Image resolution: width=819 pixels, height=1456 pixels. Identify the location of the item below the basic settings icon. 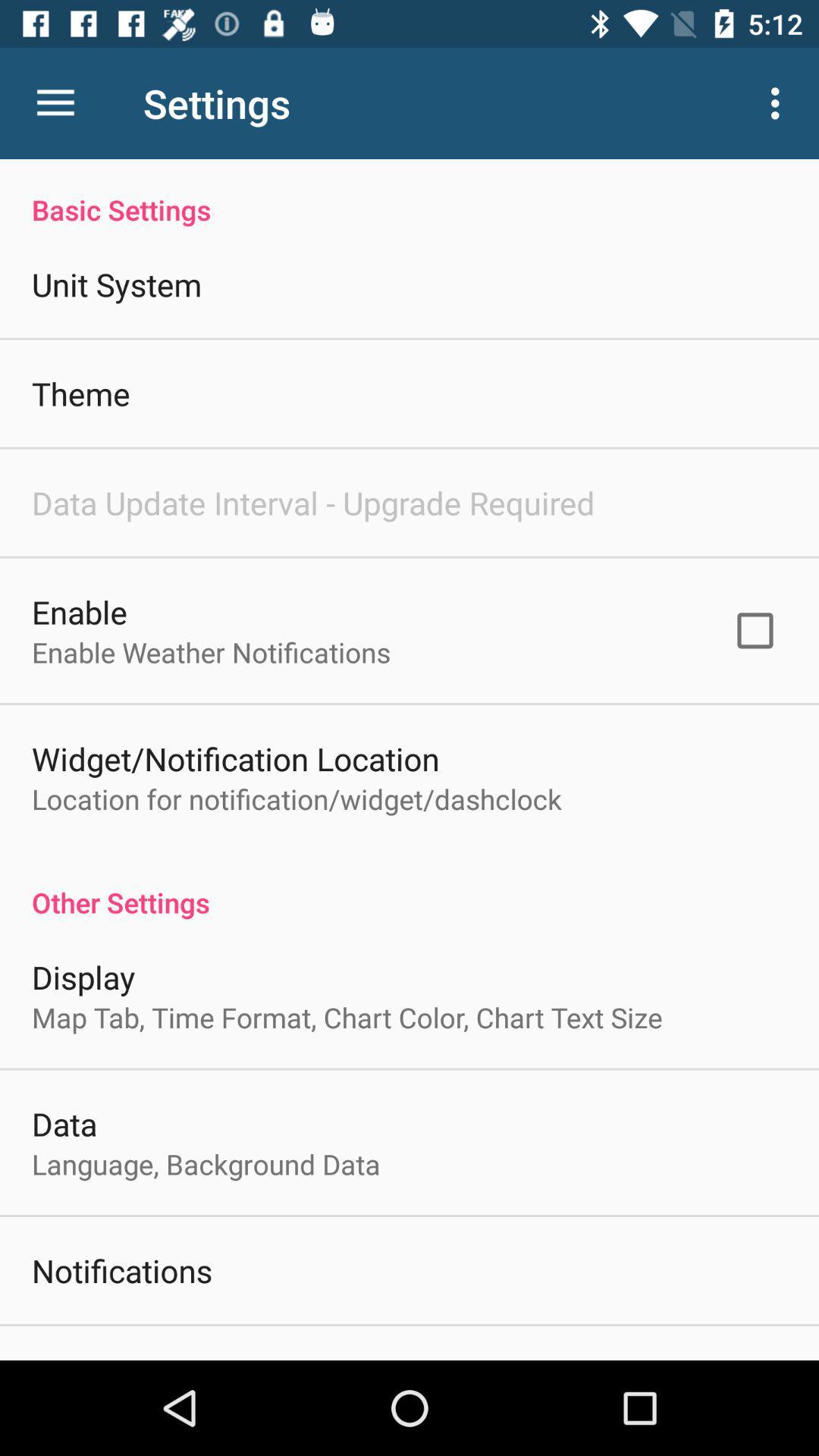
(755, 630).